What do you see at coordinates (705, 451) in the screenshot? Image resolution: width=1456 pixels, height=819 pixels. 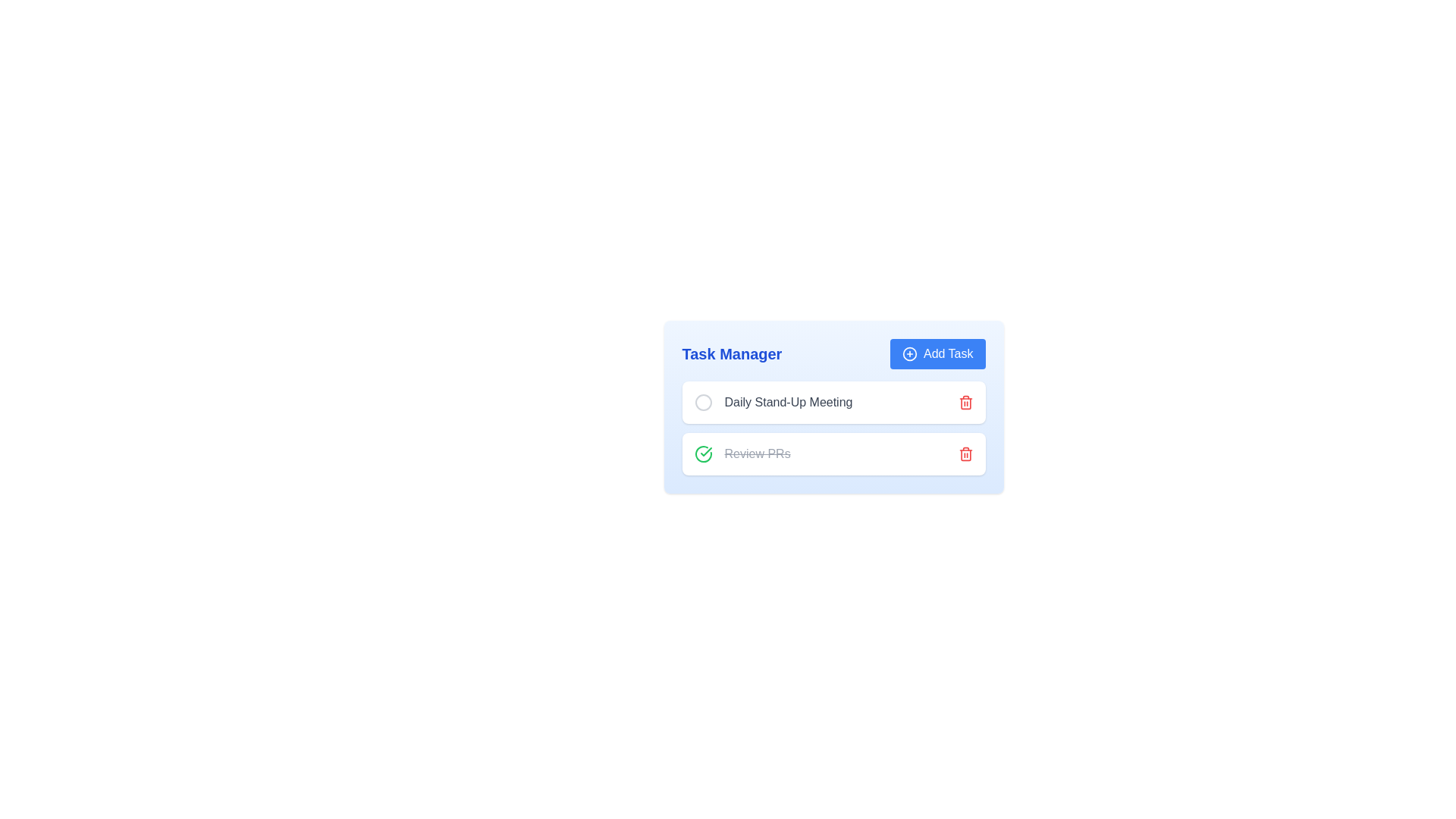 I see `the visual state of the checkmark icon, which is green and indicates task completion, located inside a circular outline and positioned to the left of the 'Review PRs' text in the task list` at bounding box center [705, 451].